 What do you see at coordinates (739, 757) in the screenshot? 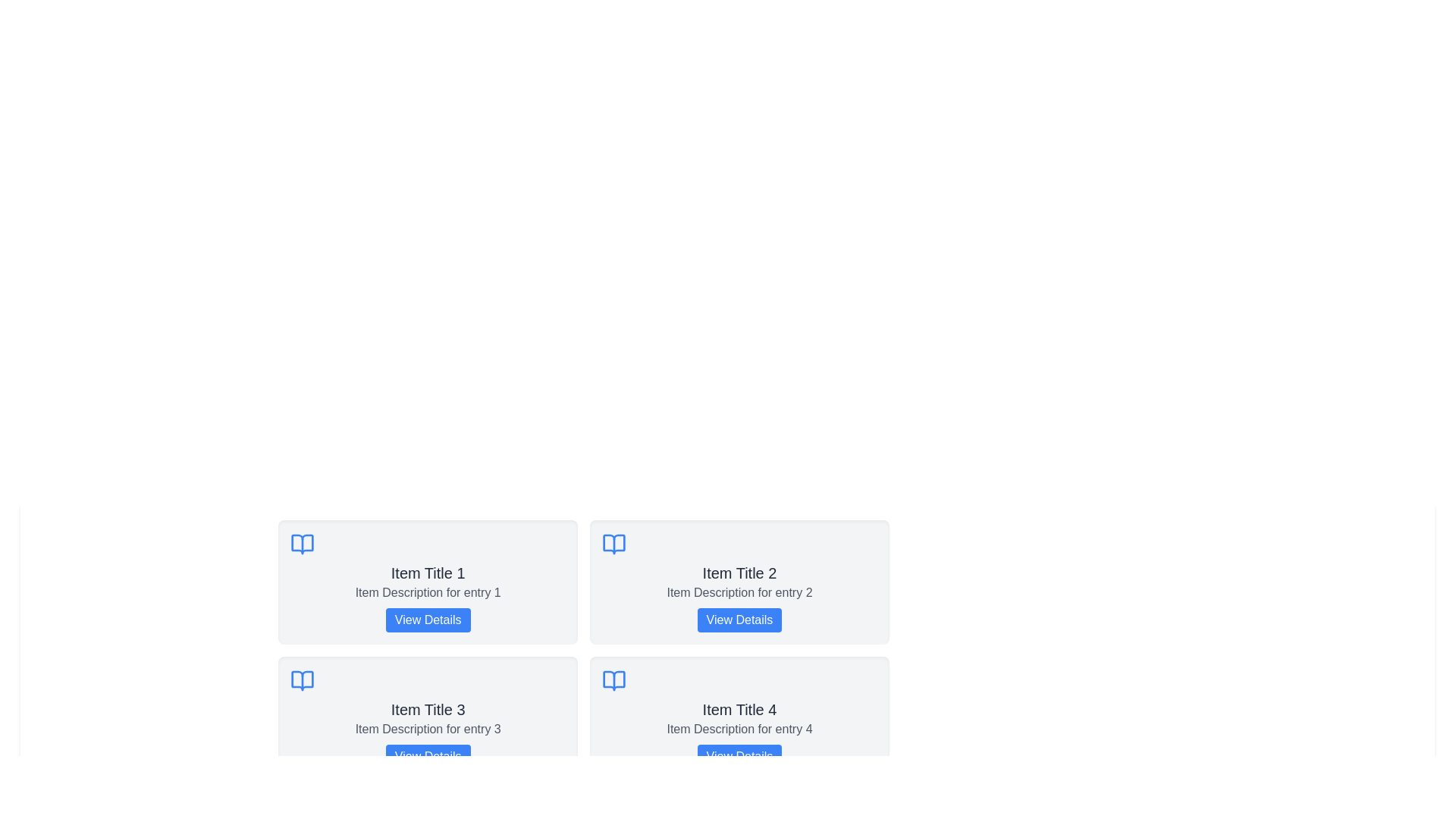
I see `the button located beneath the text 'Item Description for entry 4'` at bounding box center [739, 757].